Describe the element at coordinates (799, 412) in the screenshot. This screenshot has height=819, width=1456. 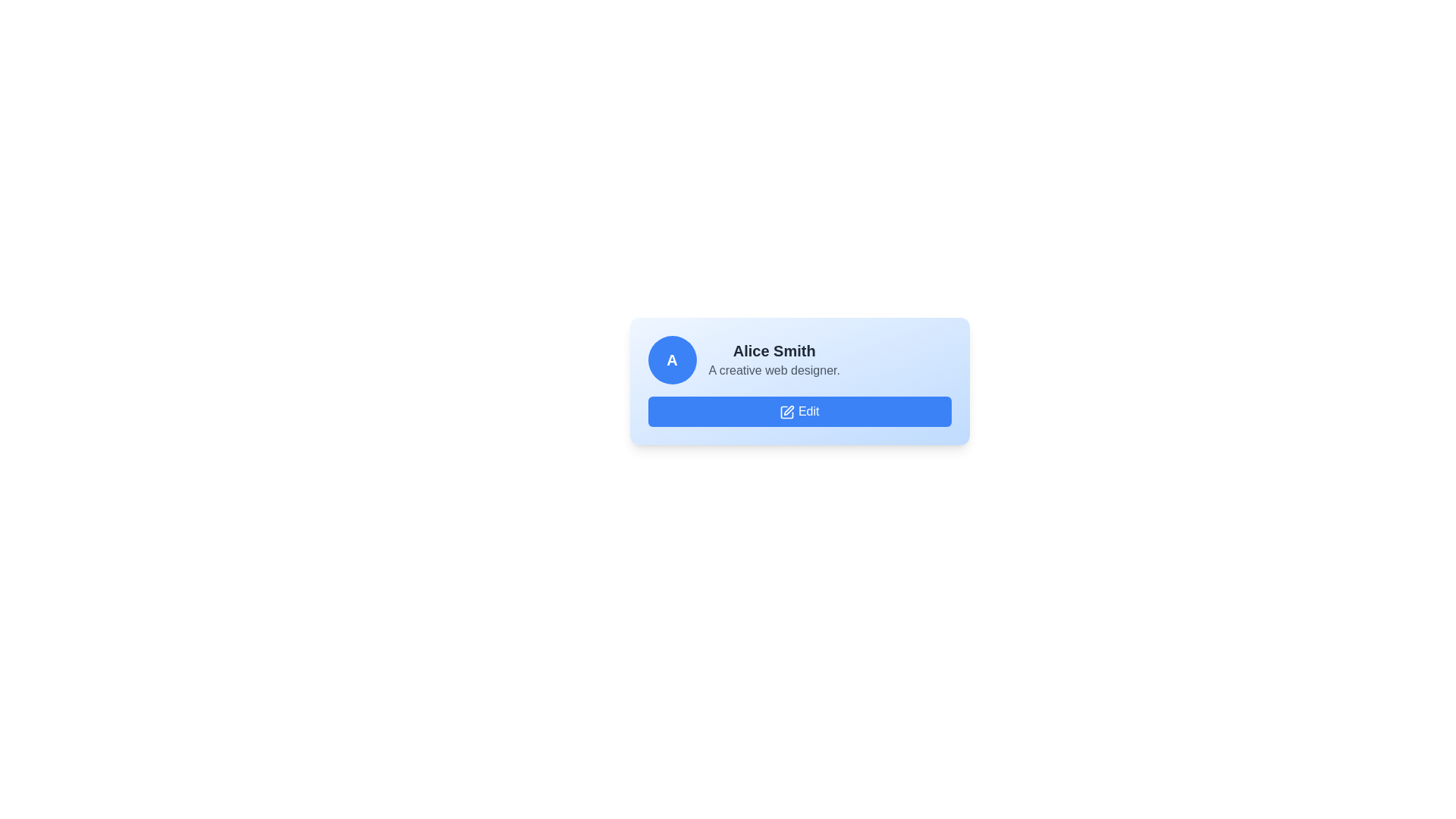
I see `the 'Edit' button with a blue background and pen icon` at that location.